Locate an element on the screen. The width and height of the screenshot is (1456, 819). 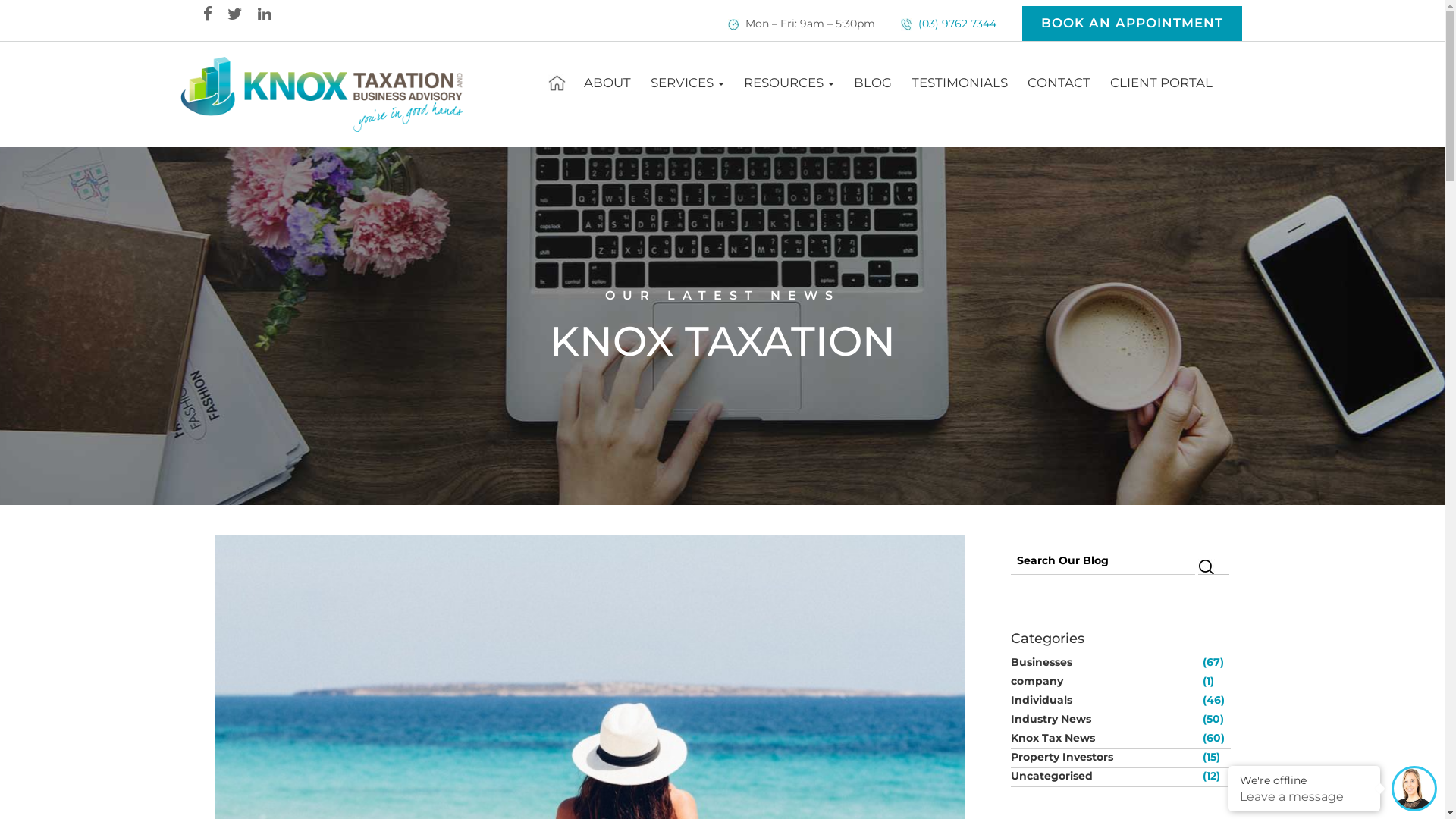
'Knox Tax News' is located at coordinates (1104, 736).